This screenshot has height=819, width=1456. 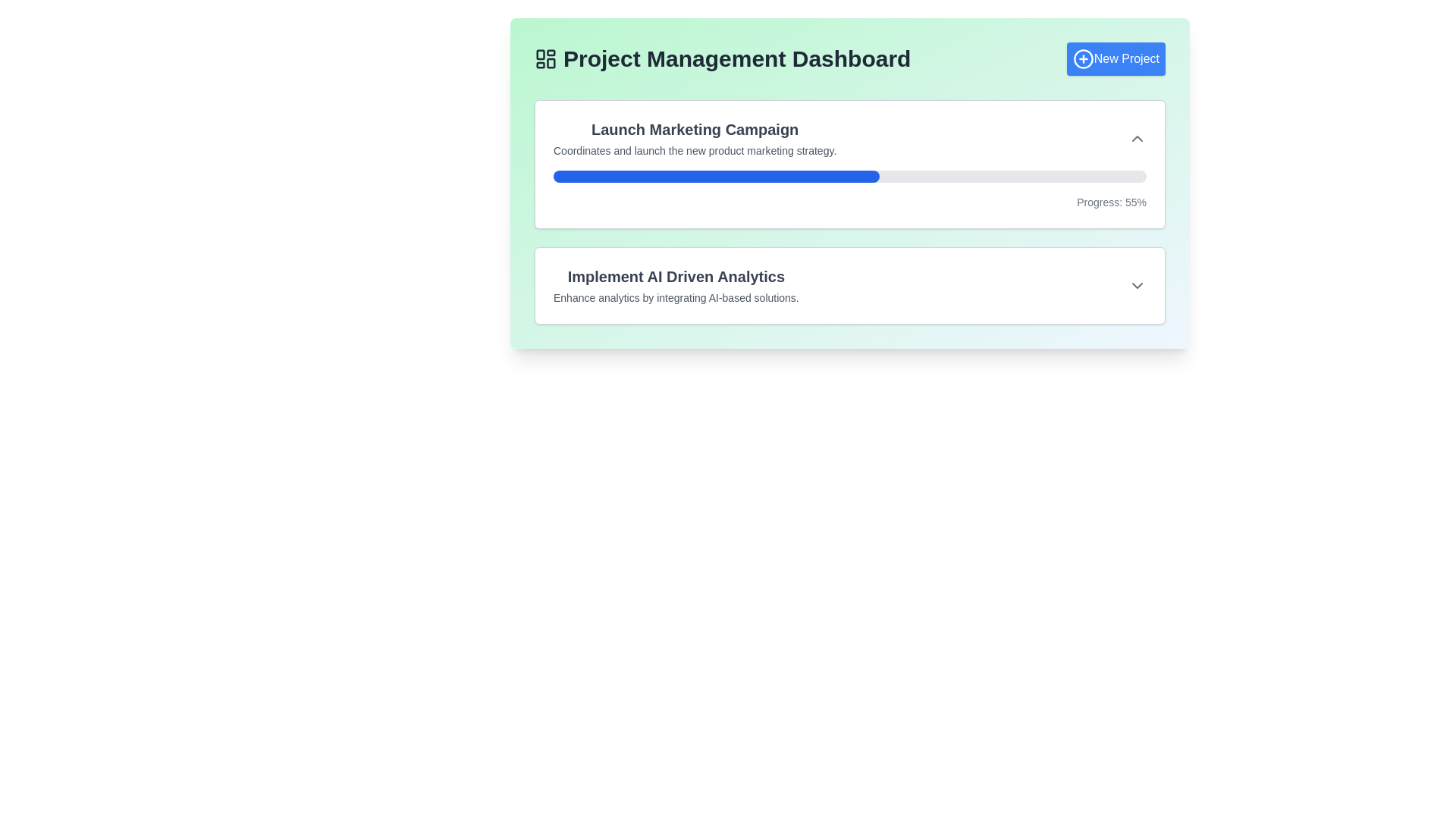 What do you see at coordinates (1137, 138) in the screenshot?
I see `the gray chevron-up icon located in the upper-right area of the 'Launch Marketing Campaign' card` at bounding box center [1137, 138].